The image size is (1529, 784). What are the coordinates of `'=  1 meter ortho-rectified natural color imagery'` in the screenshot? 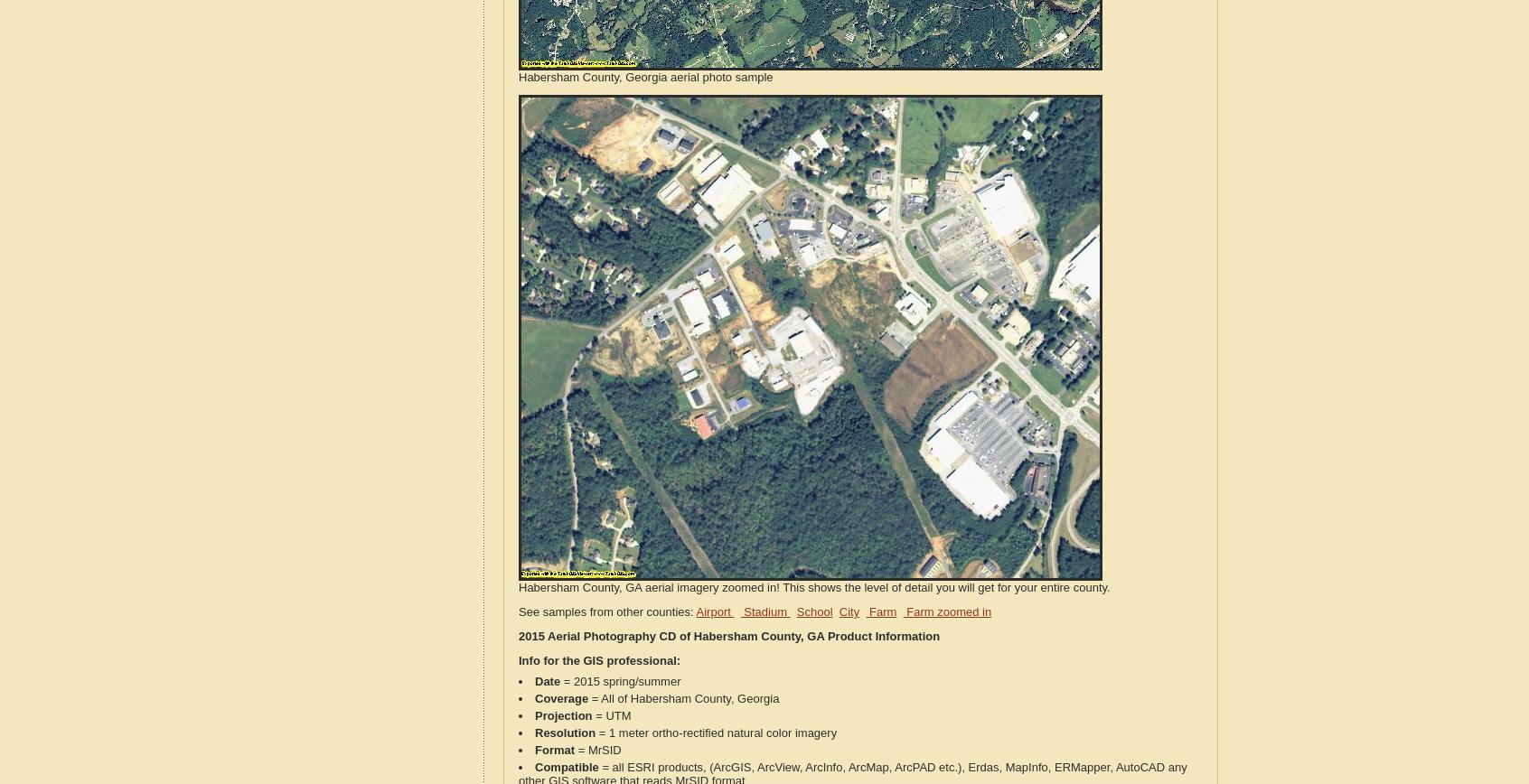 It's located at (716, 733).